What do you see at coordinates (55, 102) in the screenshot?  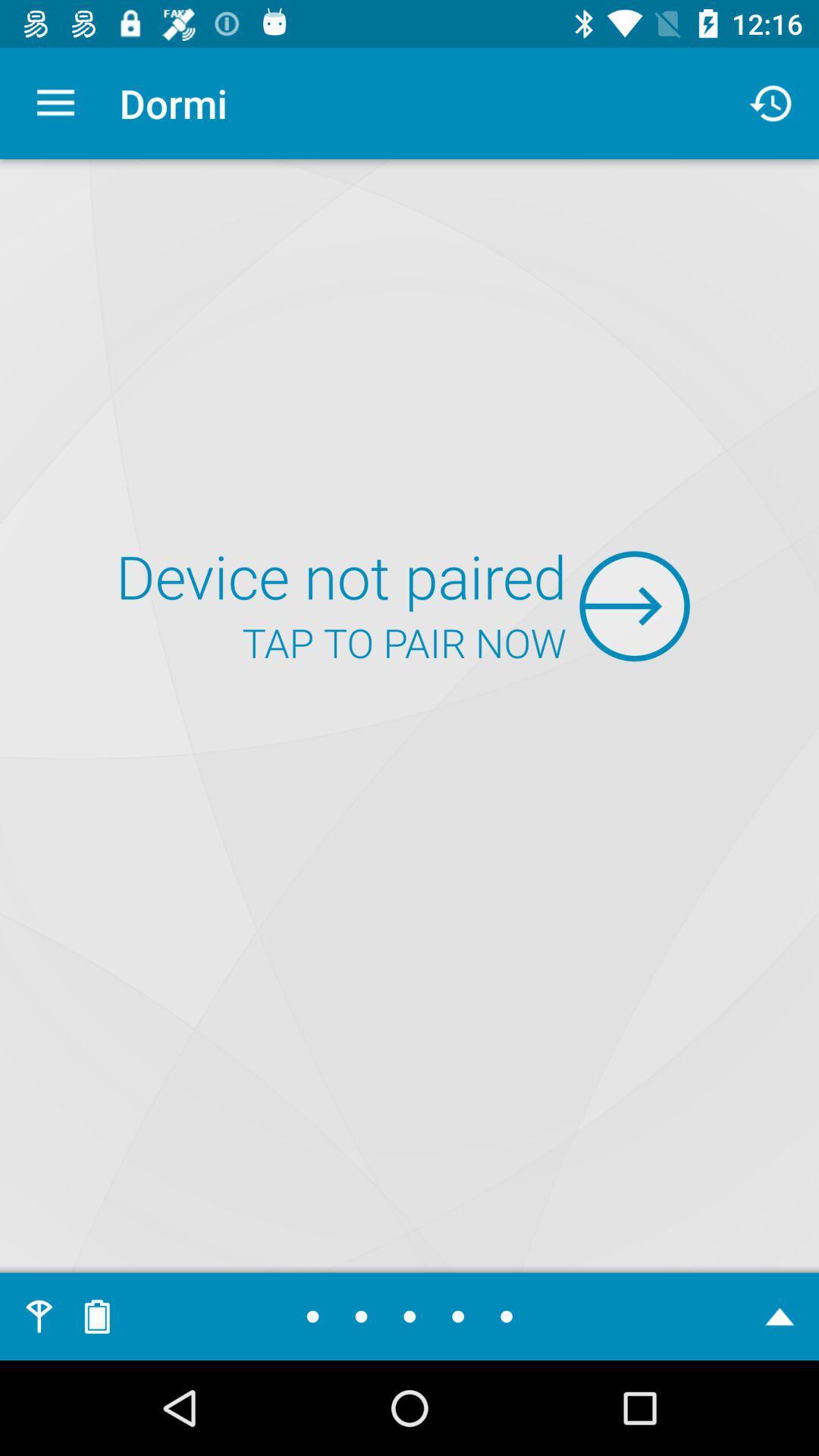 I see `icon to the left of the dormi item` at bounding box center [55, 102].